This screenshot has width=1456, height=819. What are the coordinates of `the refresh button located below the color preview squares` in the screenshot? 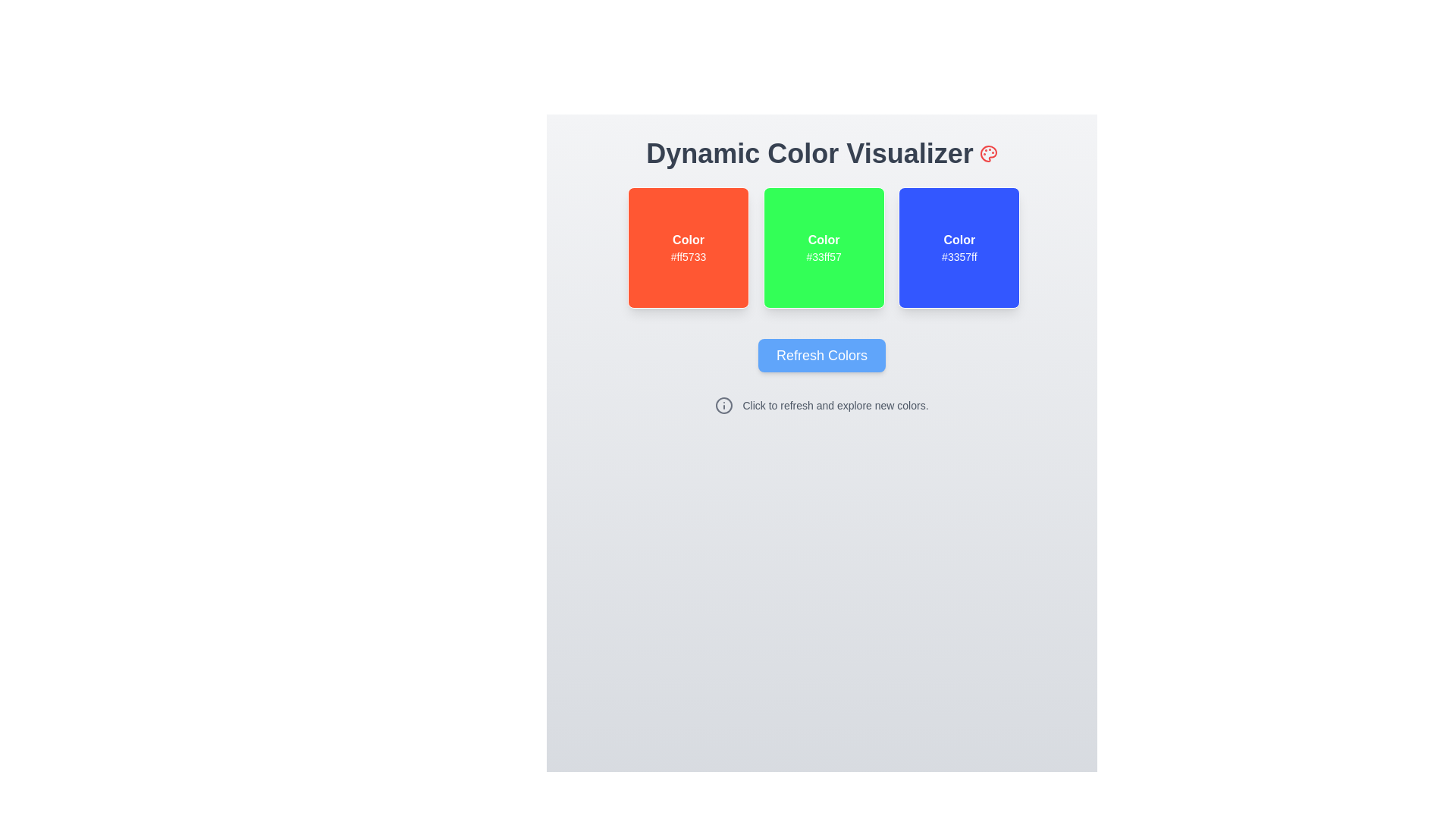 It's located at (821, 356).